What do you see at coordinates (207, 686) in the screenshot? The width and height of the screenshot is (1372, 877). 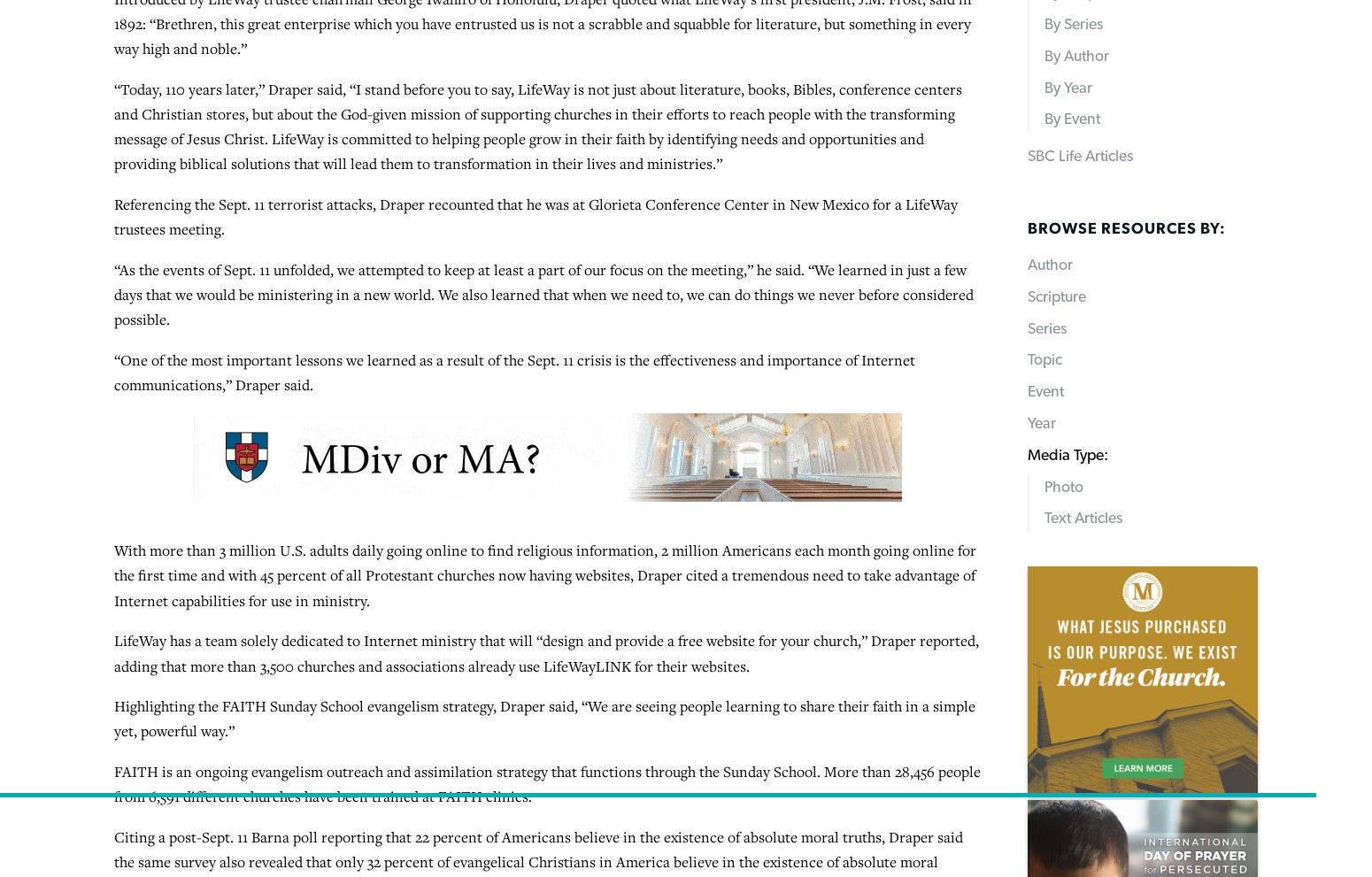 I see `'Baptist Press'` at bounding box center [207, 686].